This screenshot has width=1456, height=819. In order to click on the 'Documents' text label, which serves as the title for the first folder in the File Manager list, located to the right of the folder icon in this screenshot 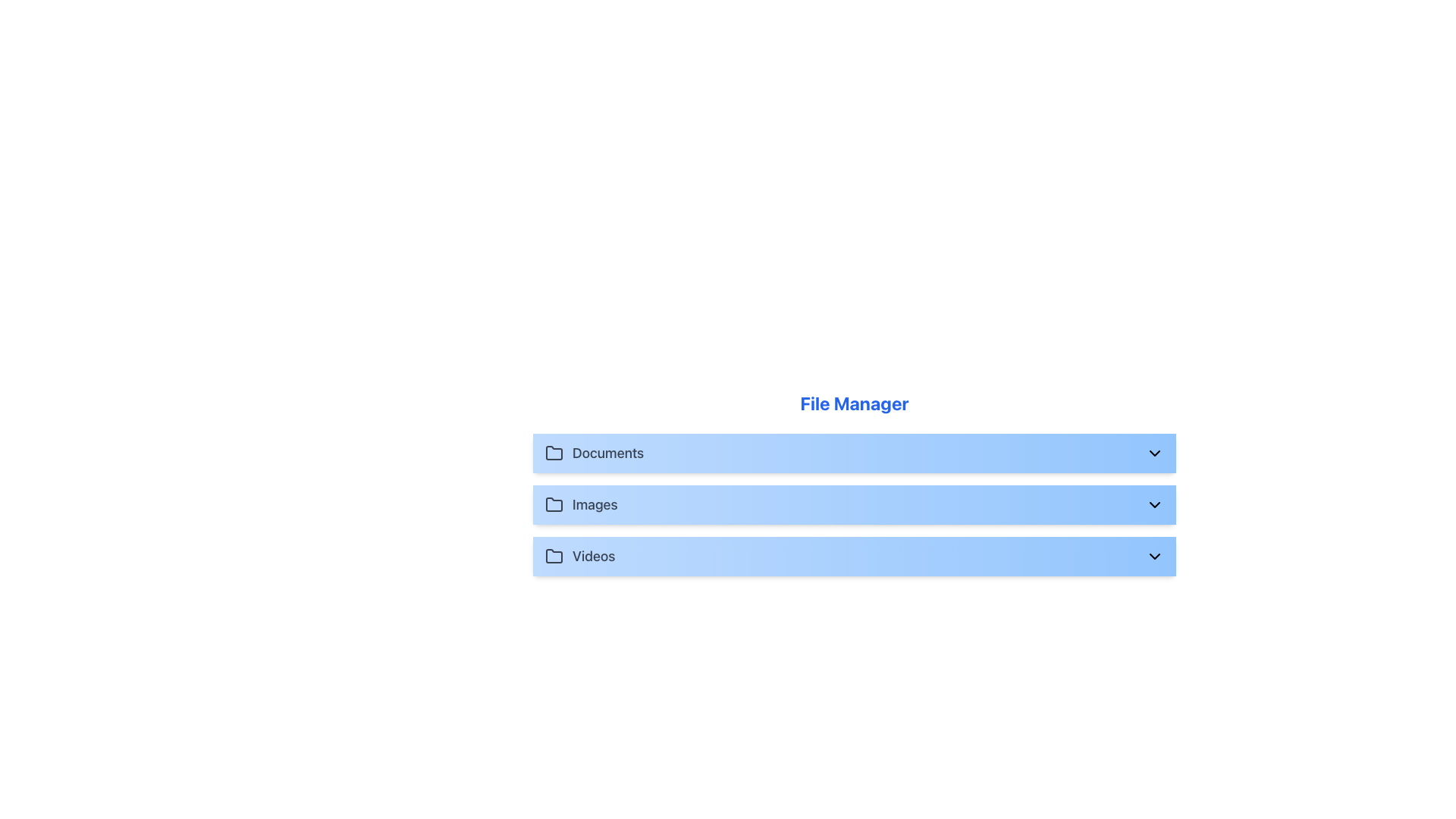, I will do `click(608, 452)`.